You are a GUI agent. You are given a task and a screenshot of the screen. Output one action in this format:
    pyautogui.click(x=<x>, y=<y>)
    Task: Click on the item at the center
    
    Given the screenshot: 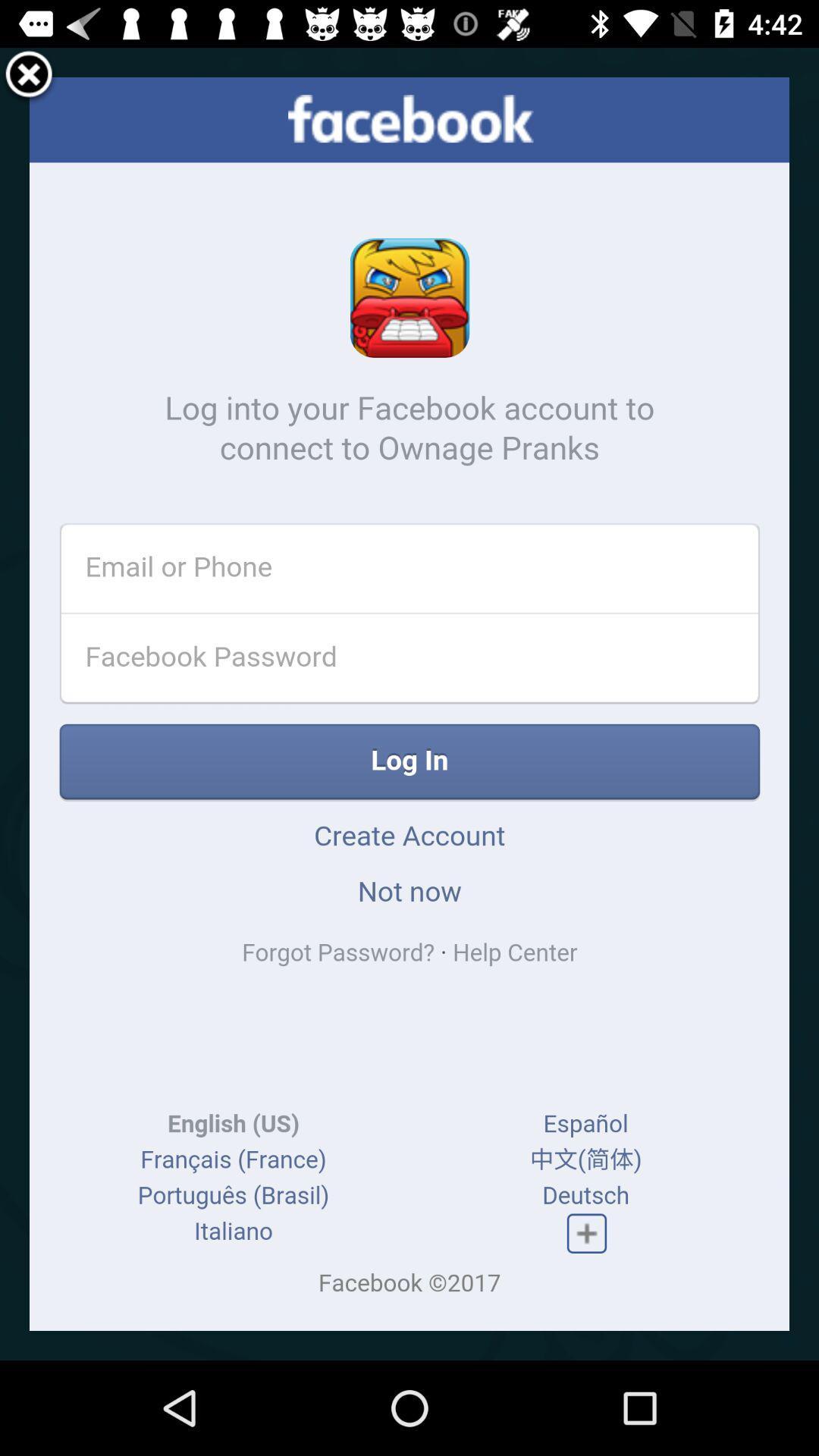 What is the action you would take?
    pyautogui.click(x=409, y=703)
    